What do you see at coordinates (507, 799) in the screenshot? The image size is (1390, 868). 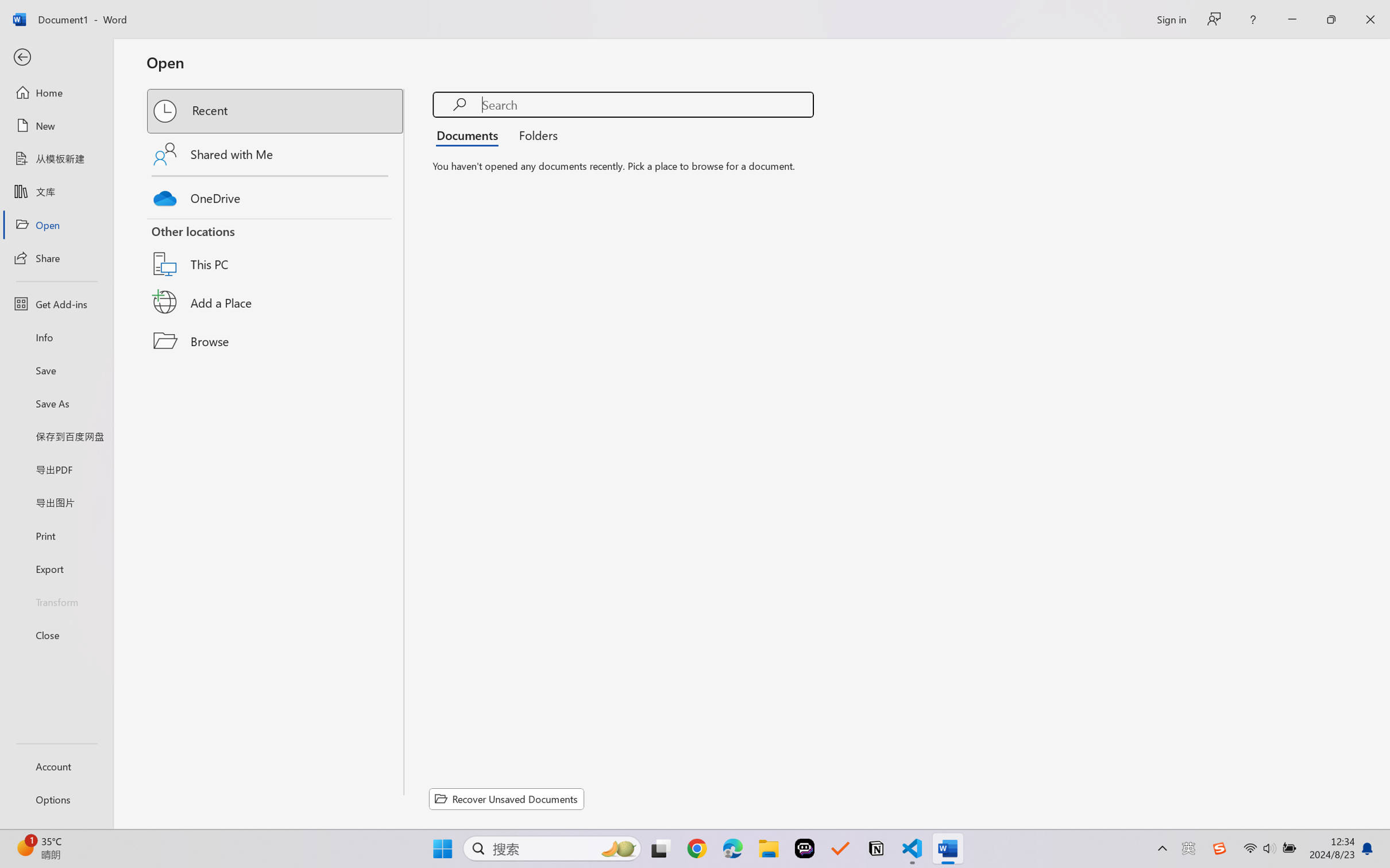 I see `'Recover Unsaved Documents'` at bounding box center [507, 799].